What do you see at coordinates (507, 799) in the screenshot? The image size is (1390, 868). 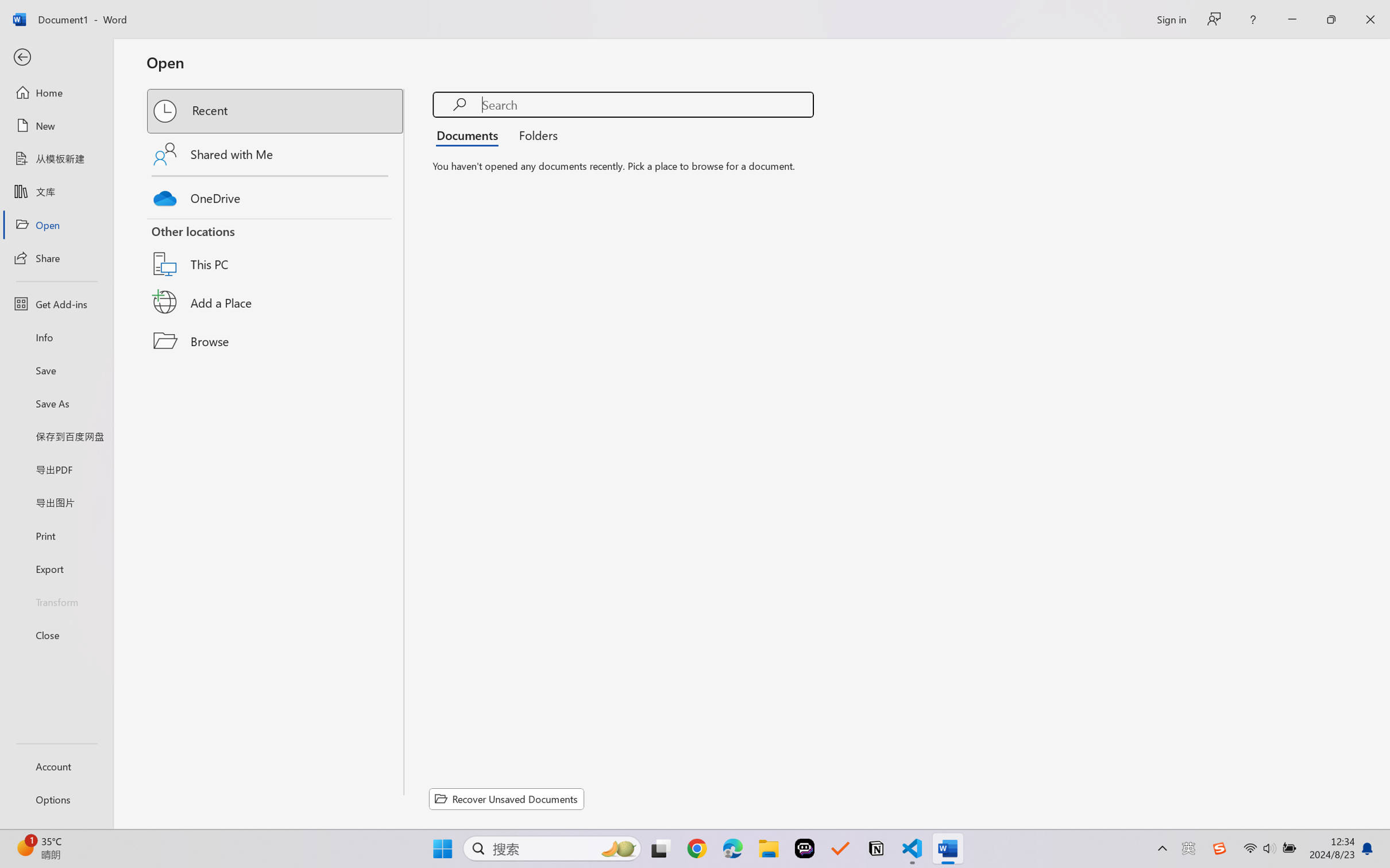 I see `'Recover Unsaved Documents'` at bounding box center [507, 799].